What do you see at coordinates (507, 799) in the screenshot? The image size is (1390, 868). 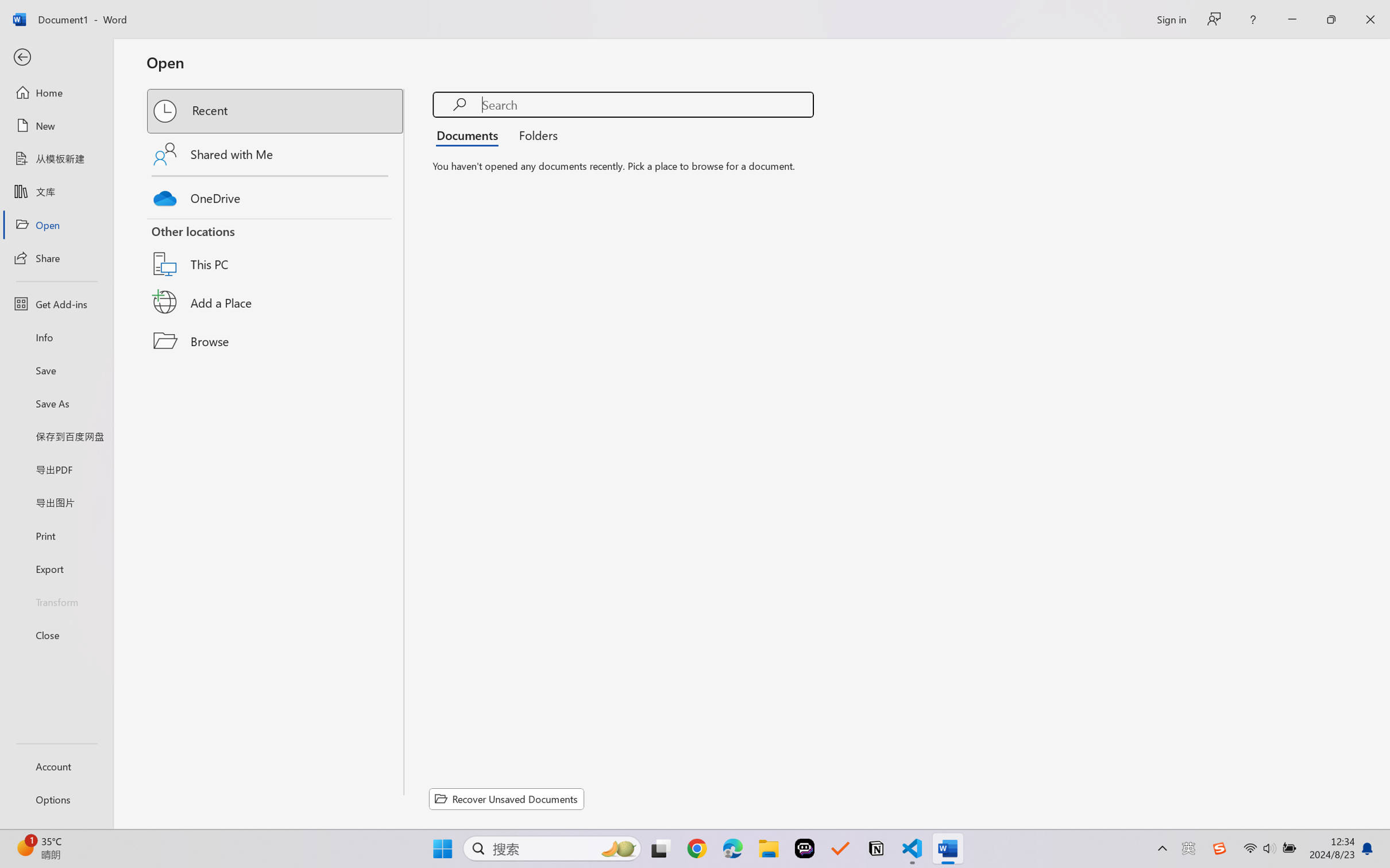 I see `'Recover Unsaved Documents'` at bounding box center [507, 799].